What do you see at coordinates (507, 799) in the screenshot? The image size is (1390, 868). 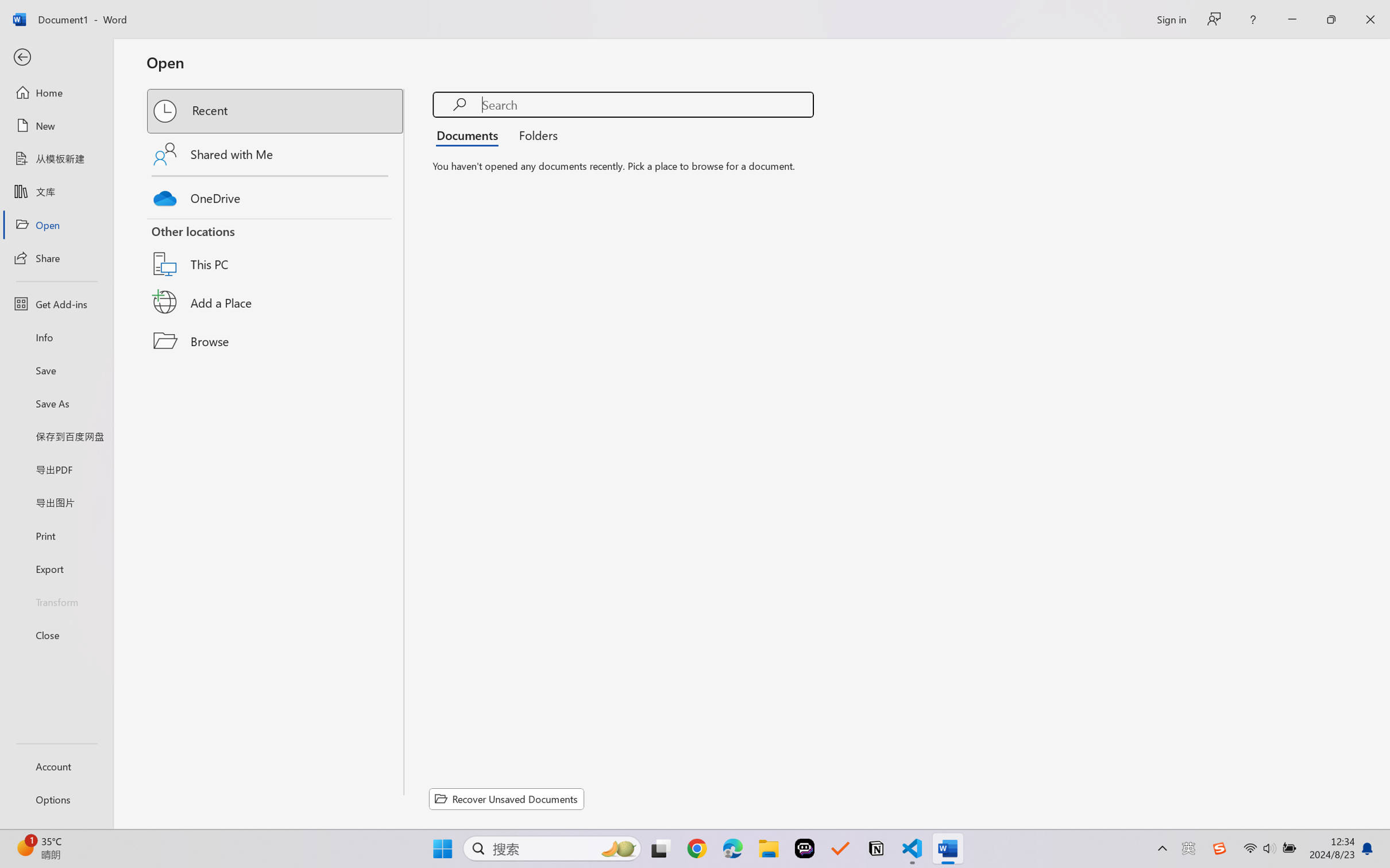 I see `'Recover Unsaved Documents'` at bounding box center [507, 799].